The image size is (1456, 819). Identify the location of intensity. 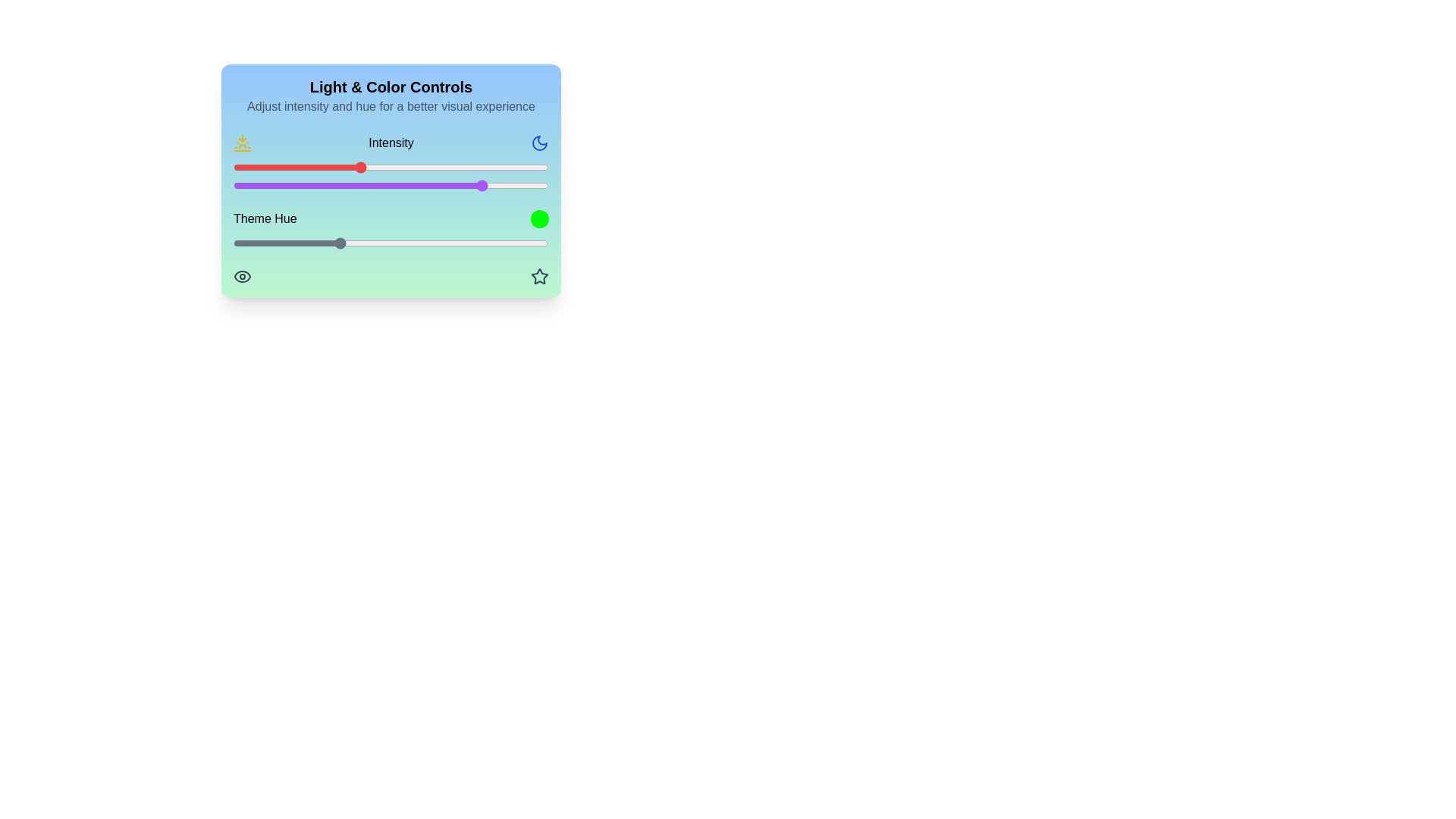
(369, 167).